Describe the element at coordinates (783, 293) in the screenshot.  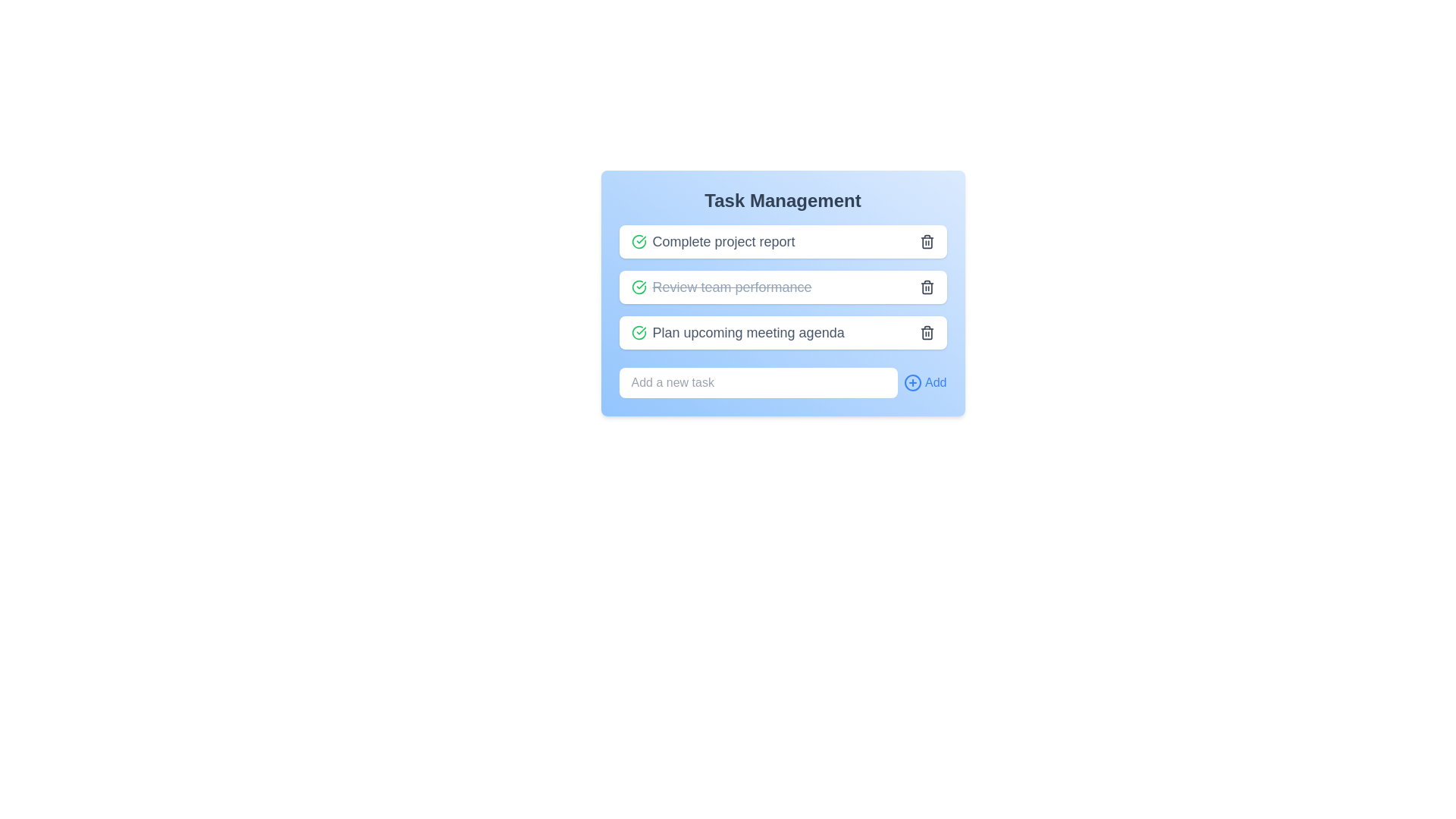
I see `the checkbox of the second task item in the to-do list to mark it as completed` at that location.